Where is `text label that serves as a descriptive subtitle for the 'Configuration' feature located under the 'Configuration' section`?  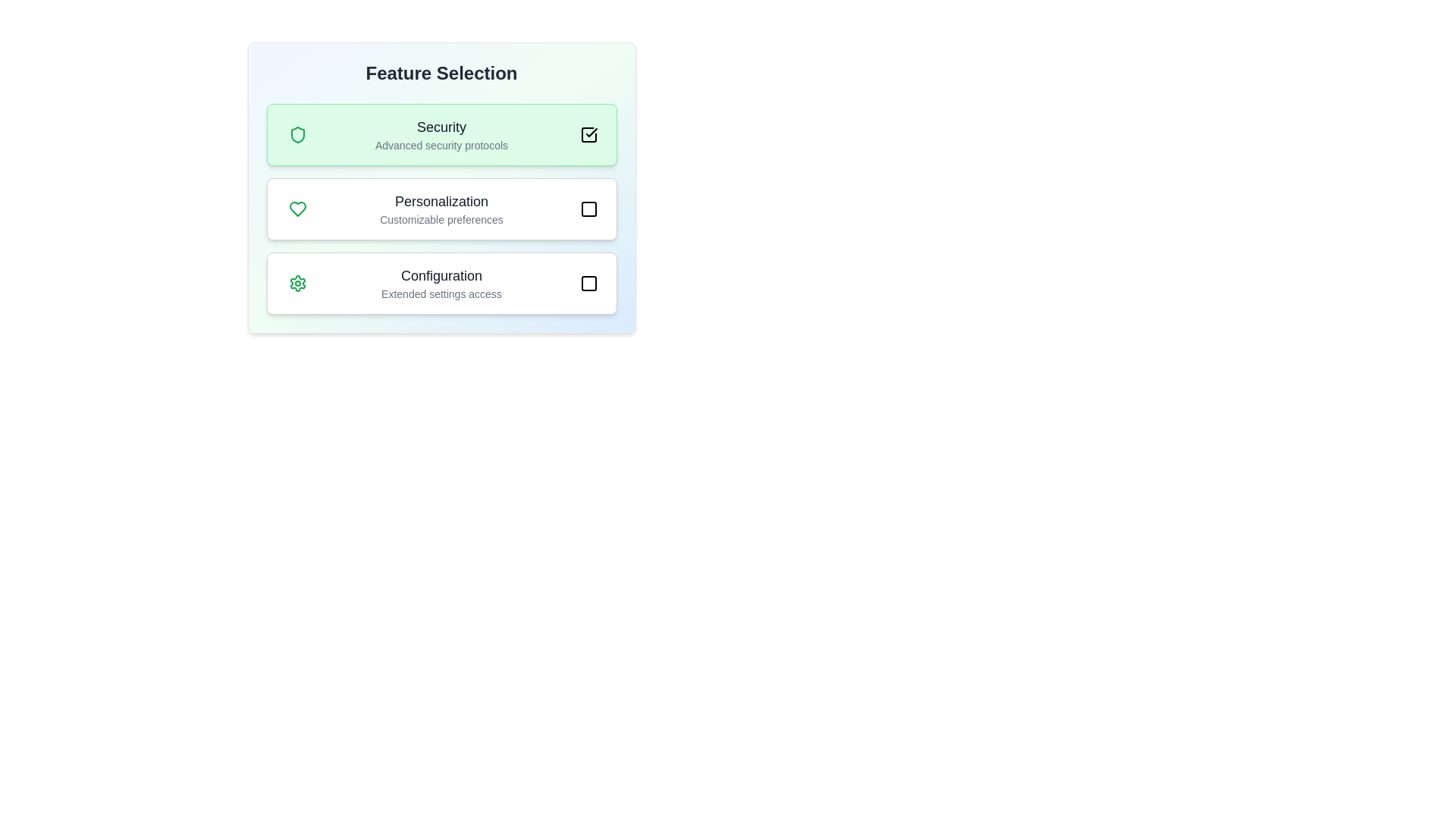
text label that serves as a descriptive subtitle for the 'Configuration' feature located under the 'Configuration' section is located at coordinates (441, 294).